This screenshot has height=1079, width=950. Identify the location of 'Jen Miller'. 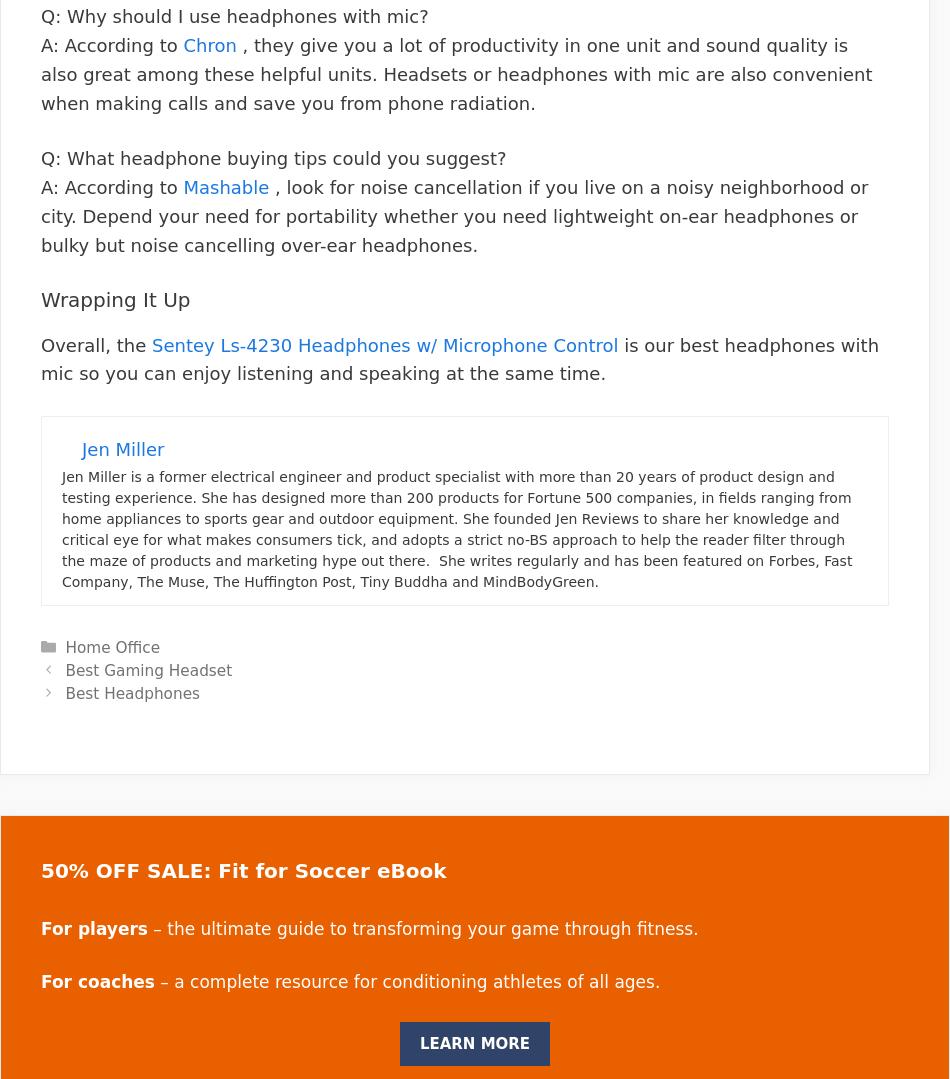
(81, 449).